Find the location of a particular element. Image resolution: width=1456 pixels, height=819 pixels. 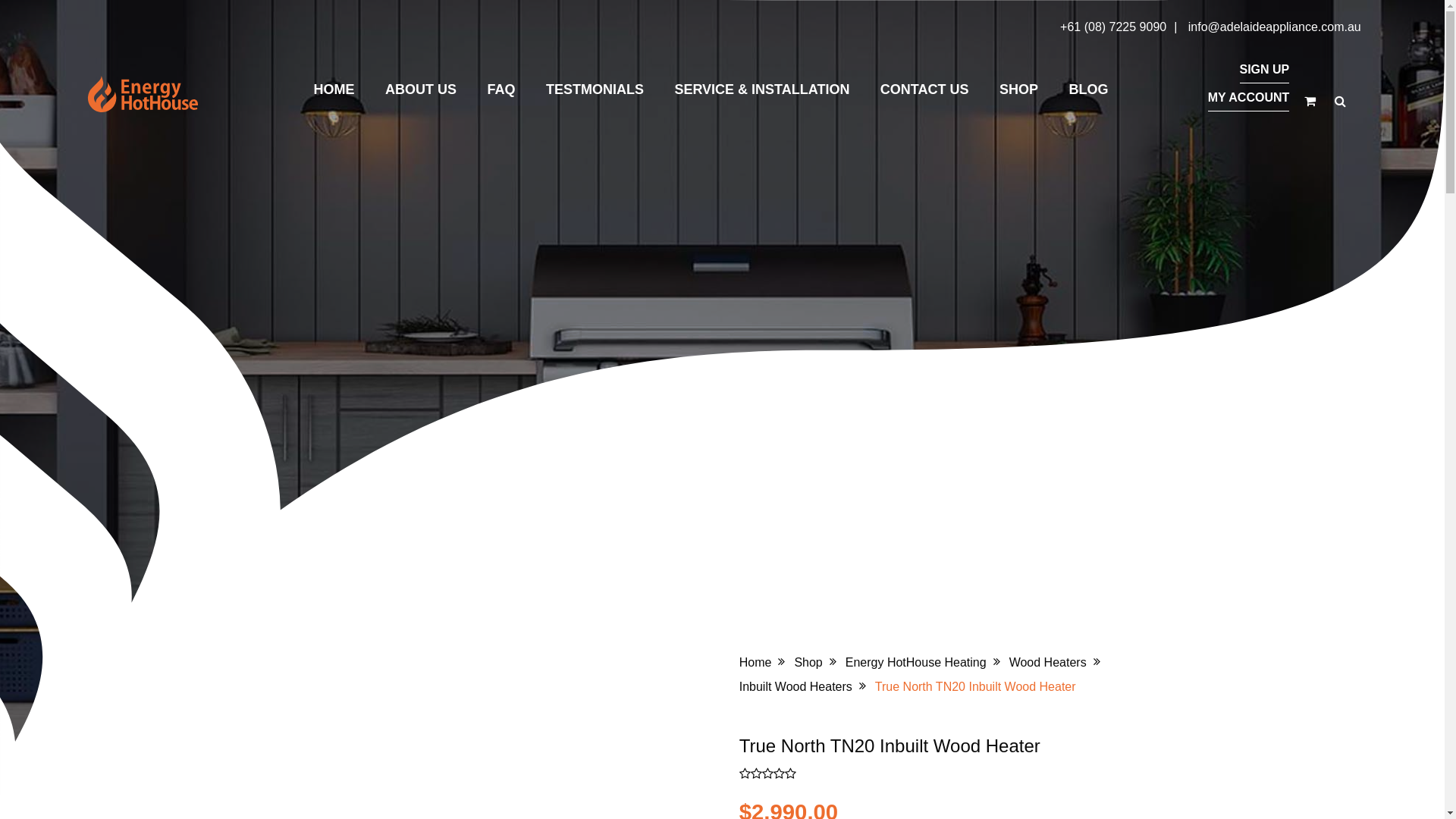

'info@adelaideappliance.com.au' is located at coordinates (1274, 27).